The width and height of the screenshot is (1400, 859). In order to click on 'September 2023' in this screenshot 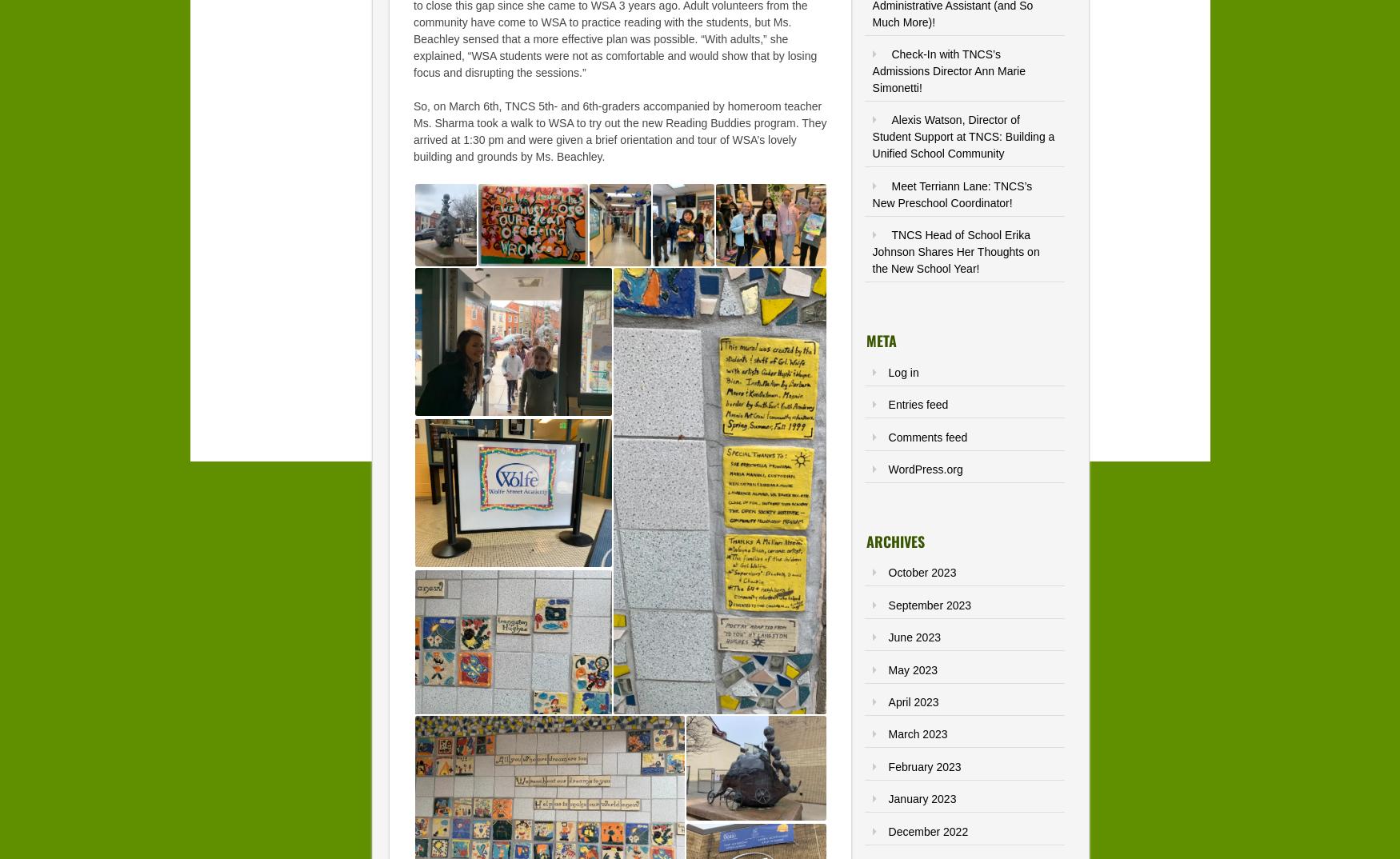, I will do `click(929, 603)`.